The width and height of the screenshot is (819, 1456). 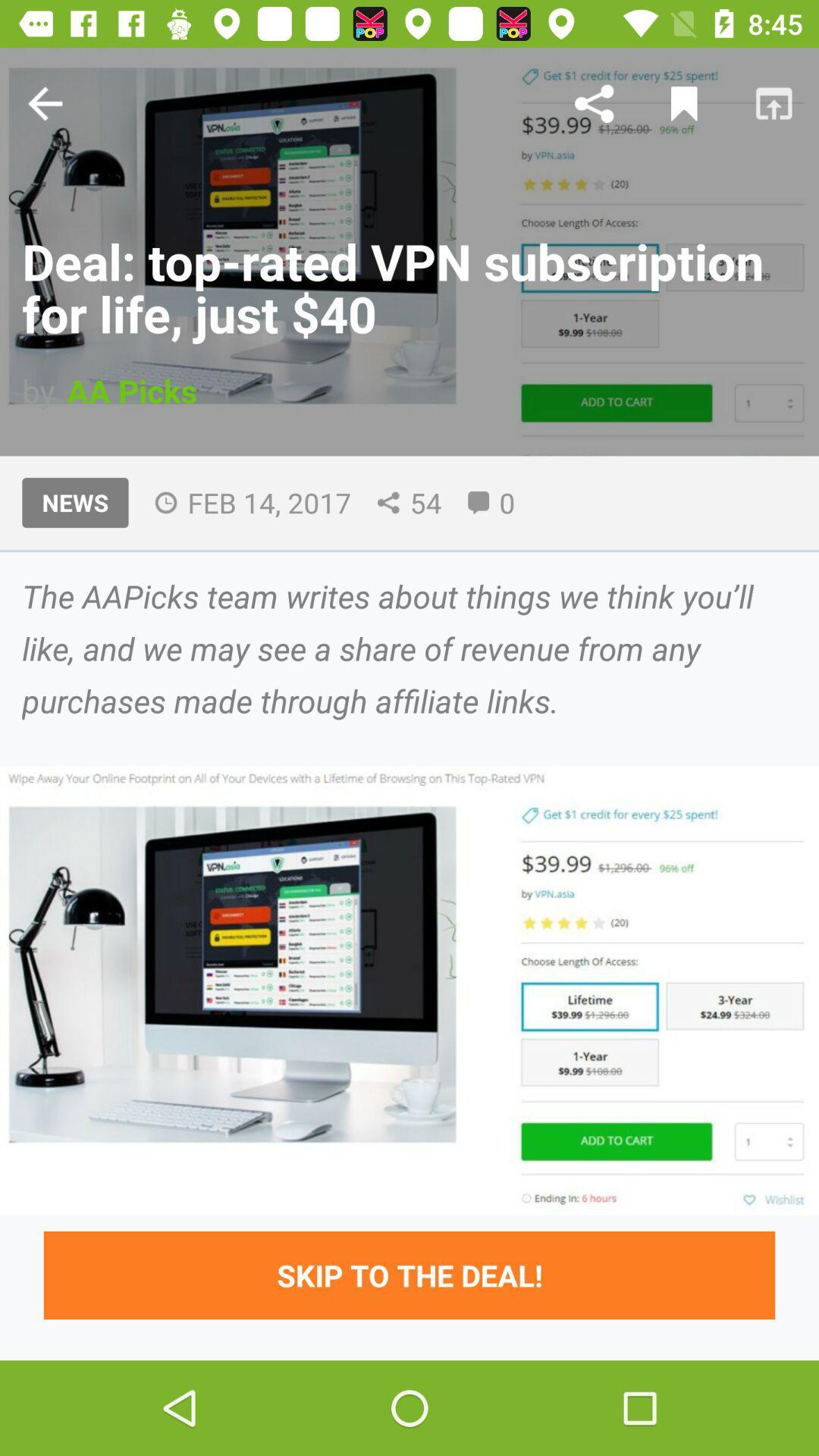 What do you see at coordinates (593, 102) in the screenshot?
I see `the share icon` at bounding box center [593, 102].